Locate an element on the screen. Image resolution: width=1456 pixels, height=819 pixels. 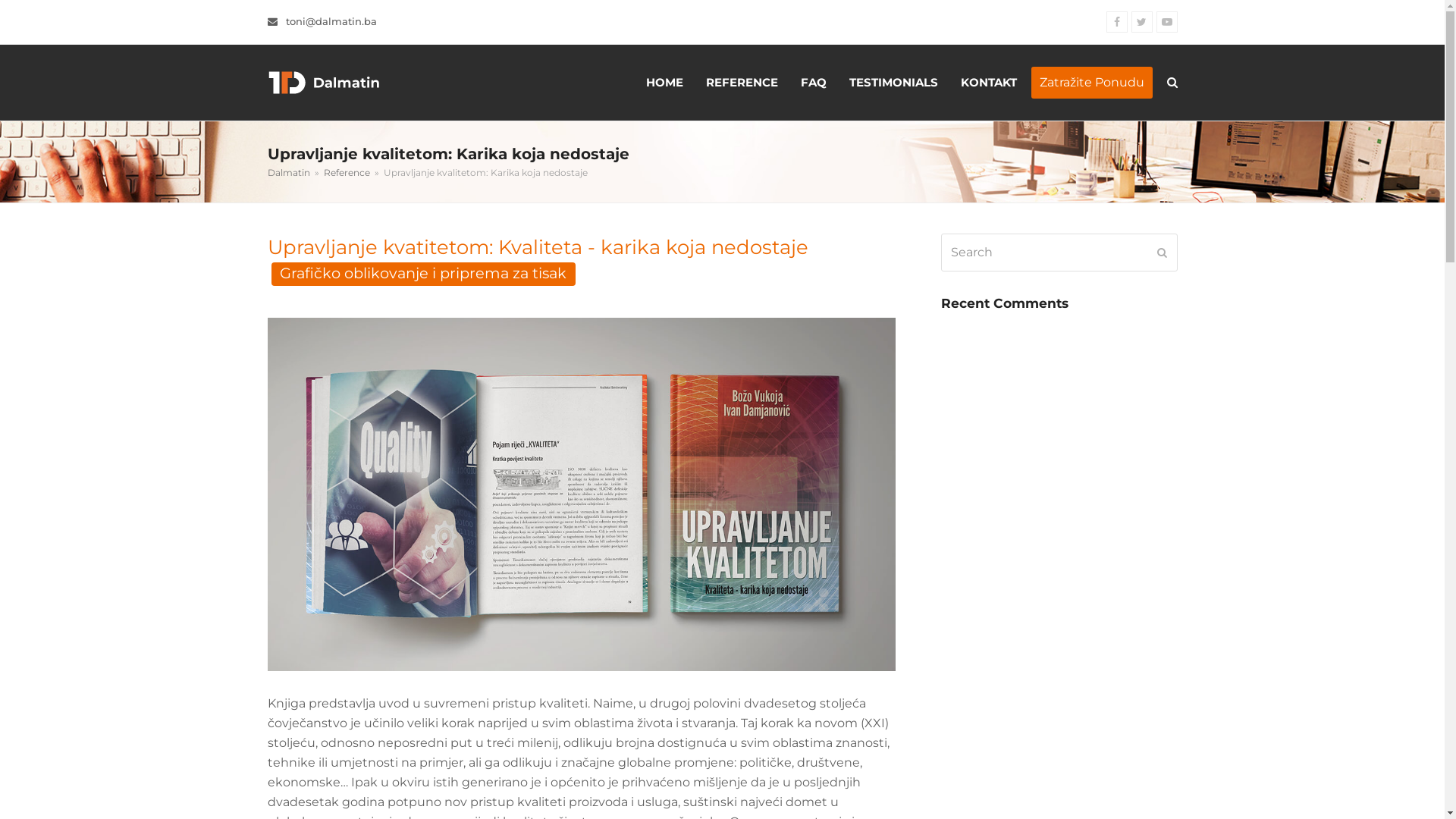
'TESTIMONIALS' is located at coordinates (893, 82).